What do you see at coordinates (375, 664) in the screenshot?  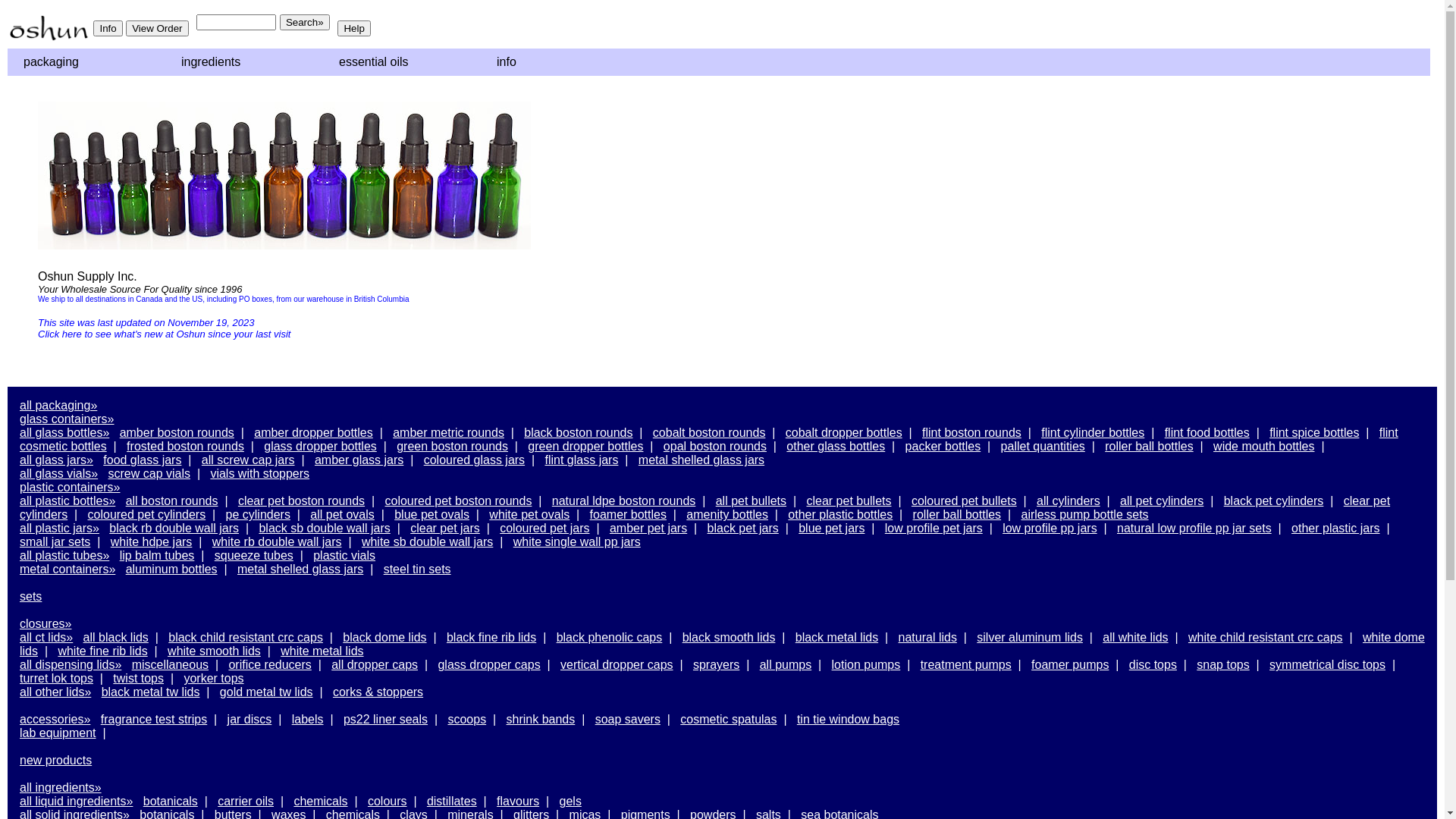 I see `'all dropper caps'` at bounding box center [375, 664].